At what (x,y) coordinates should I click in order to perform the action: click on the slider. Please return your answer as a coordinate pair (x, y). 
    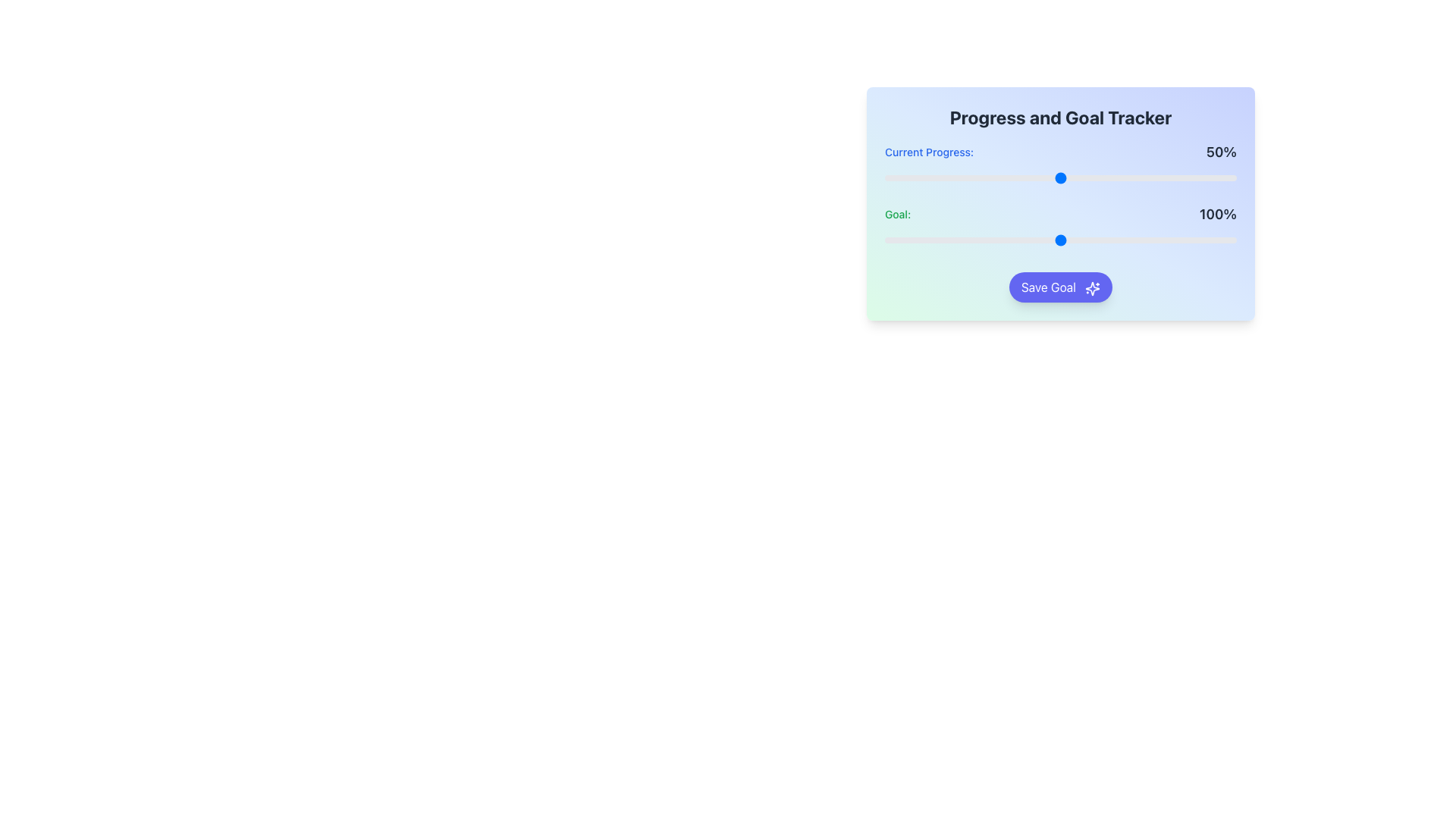
    Looking at the image, I should click on (1103, 177).